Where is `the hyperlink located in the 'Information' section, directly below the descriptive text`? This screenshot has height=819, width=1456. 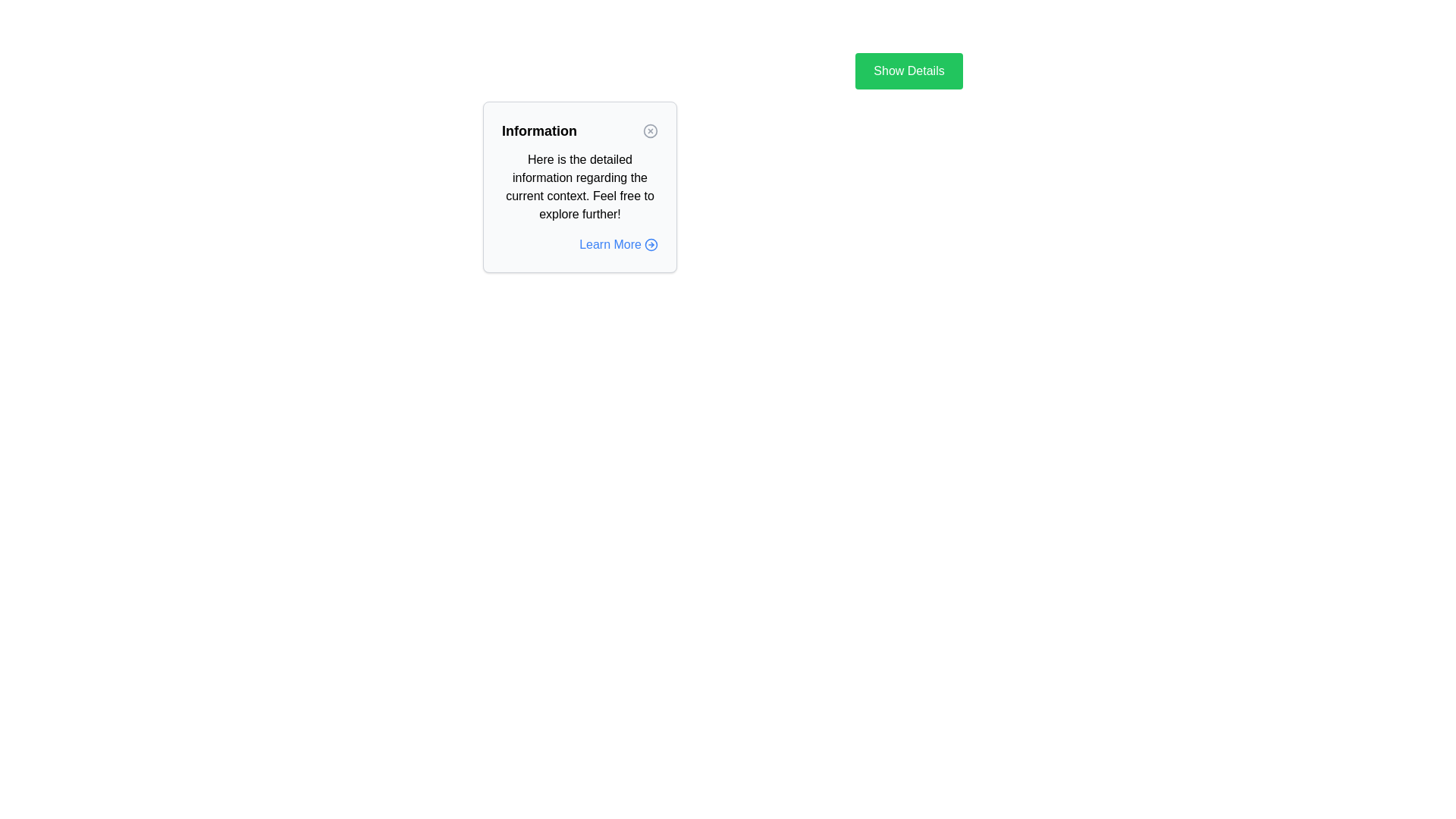
the hyperlink located in the 'Information' section, directly below the descriptive text is located at coordinates (619, 244).